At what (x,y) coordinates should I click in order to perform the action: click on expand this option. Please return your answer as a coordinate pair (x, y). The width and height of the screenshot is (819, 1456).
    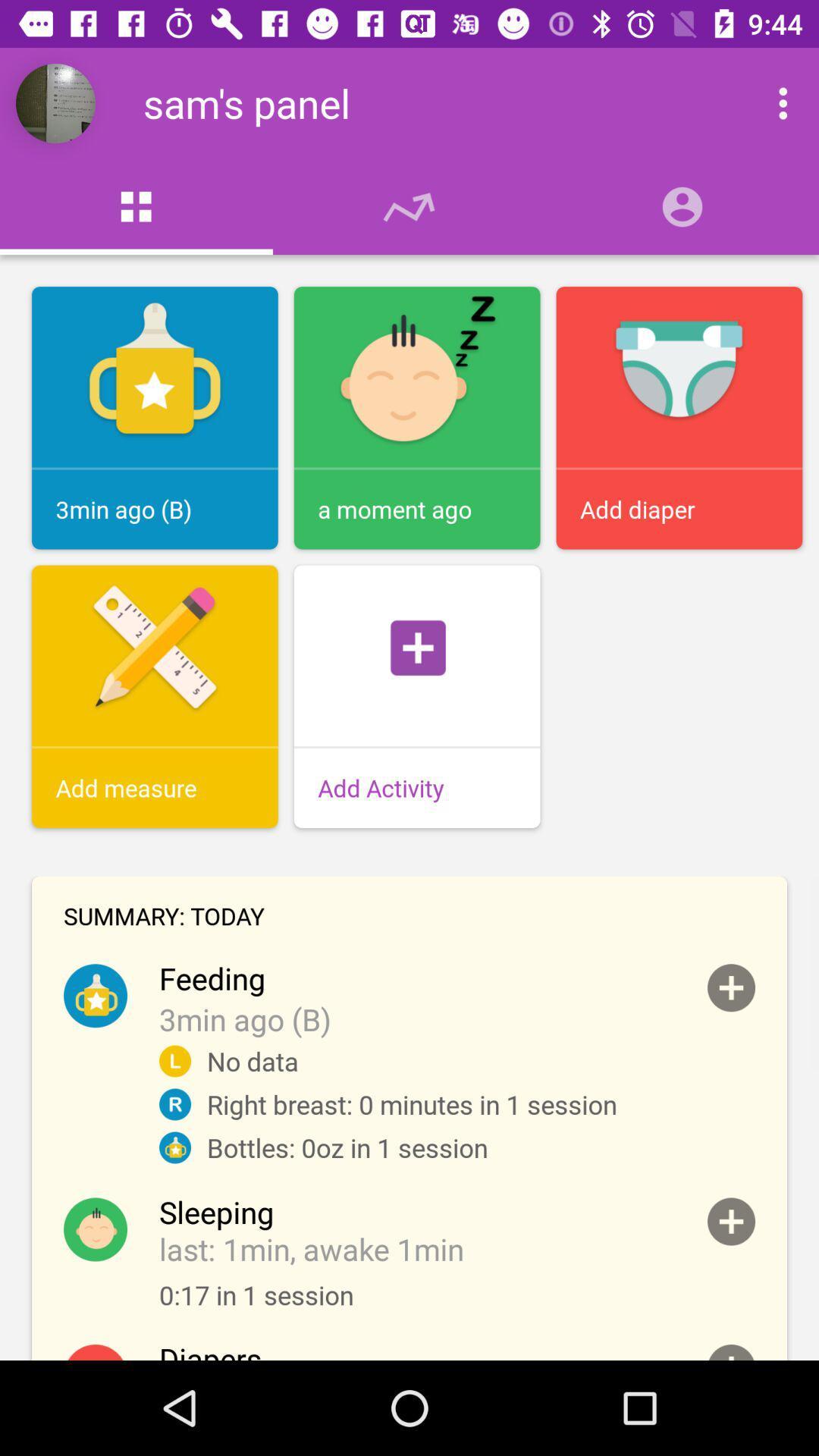
    Looking at the image, I should click on (730, 987).